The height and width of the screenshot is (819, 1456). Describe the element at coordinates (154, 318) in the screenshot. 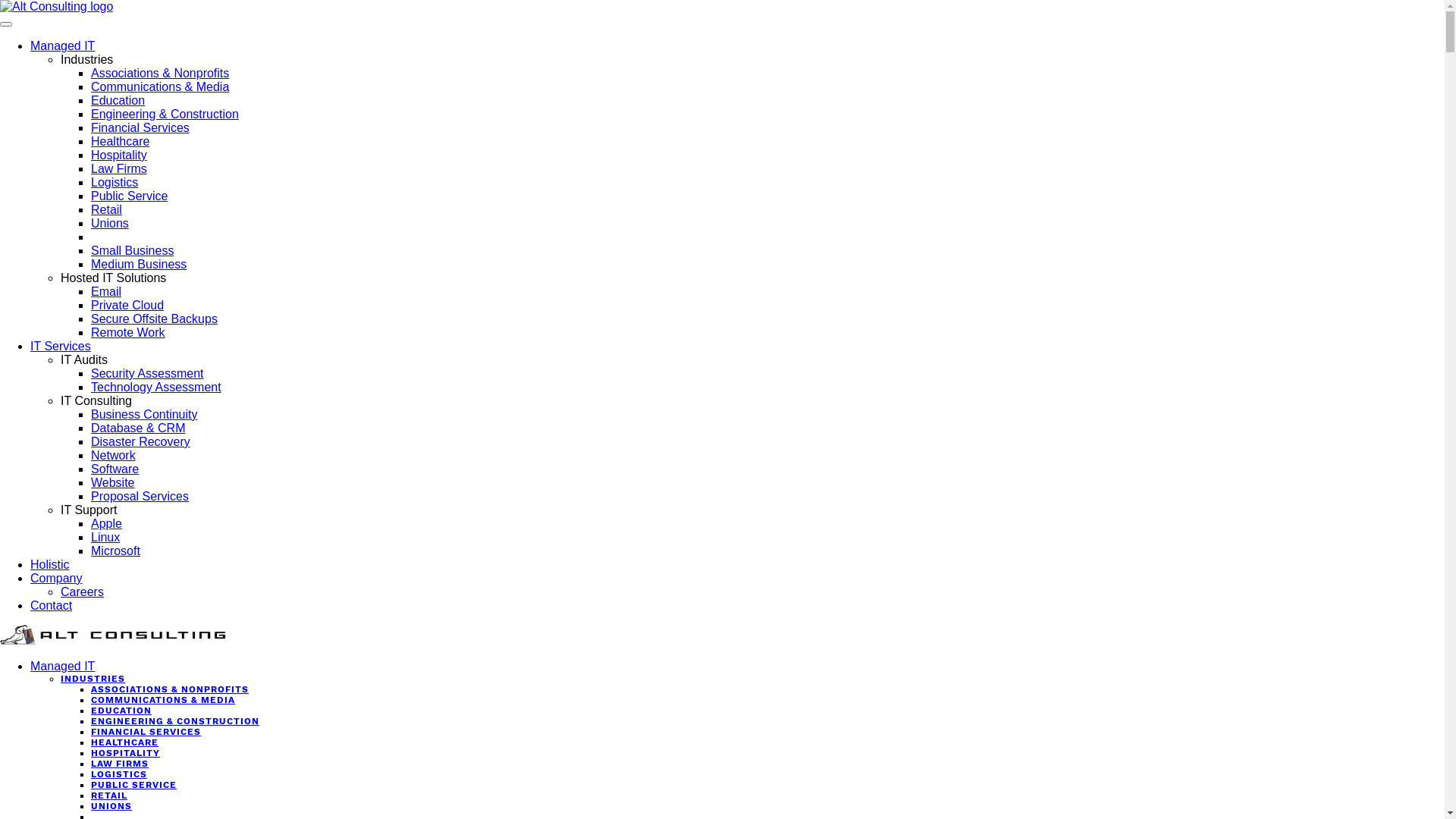

I see `'Secure Offsite Backups'` at that location.